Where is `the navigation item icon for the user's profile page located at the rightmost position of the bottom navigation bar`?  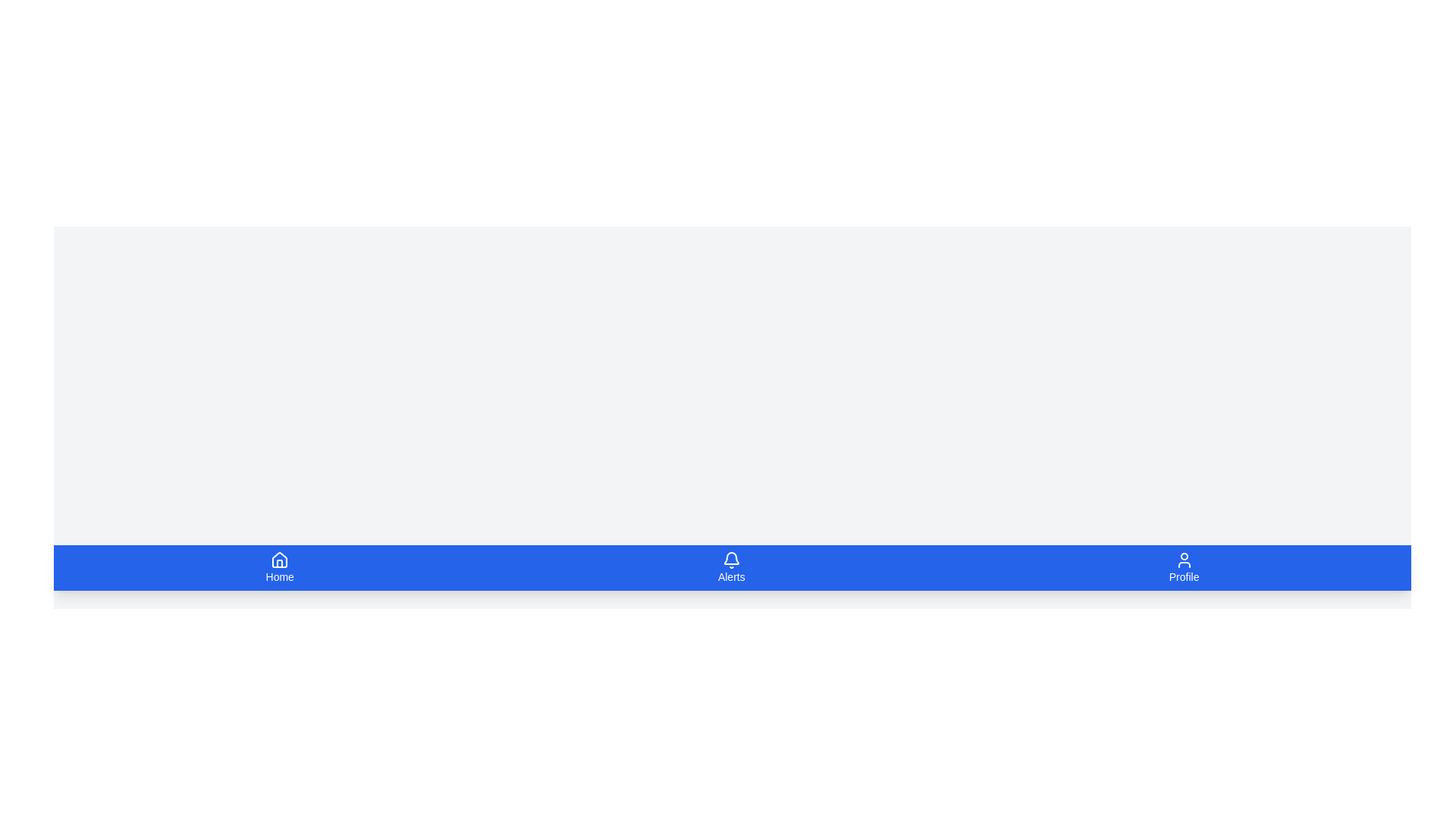
the navigation item icon for the user's profile page located at the rightmost position of the bottom navigation bar is located at coordinates (1183, 567).